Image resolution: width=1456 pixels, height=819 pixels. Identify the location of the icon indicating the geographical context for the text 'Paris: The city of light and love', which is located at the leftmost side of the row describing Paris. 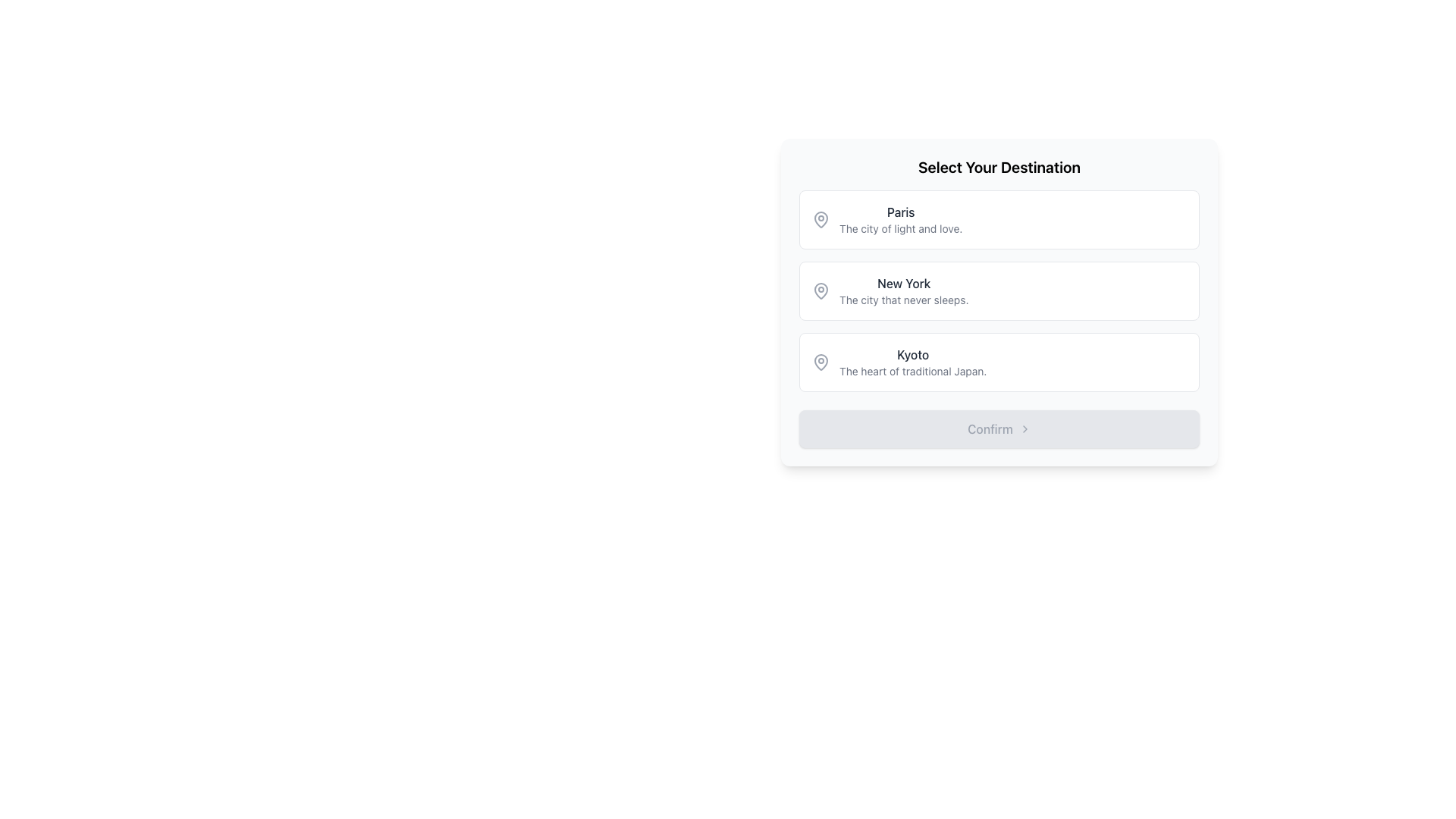
(821, 219).